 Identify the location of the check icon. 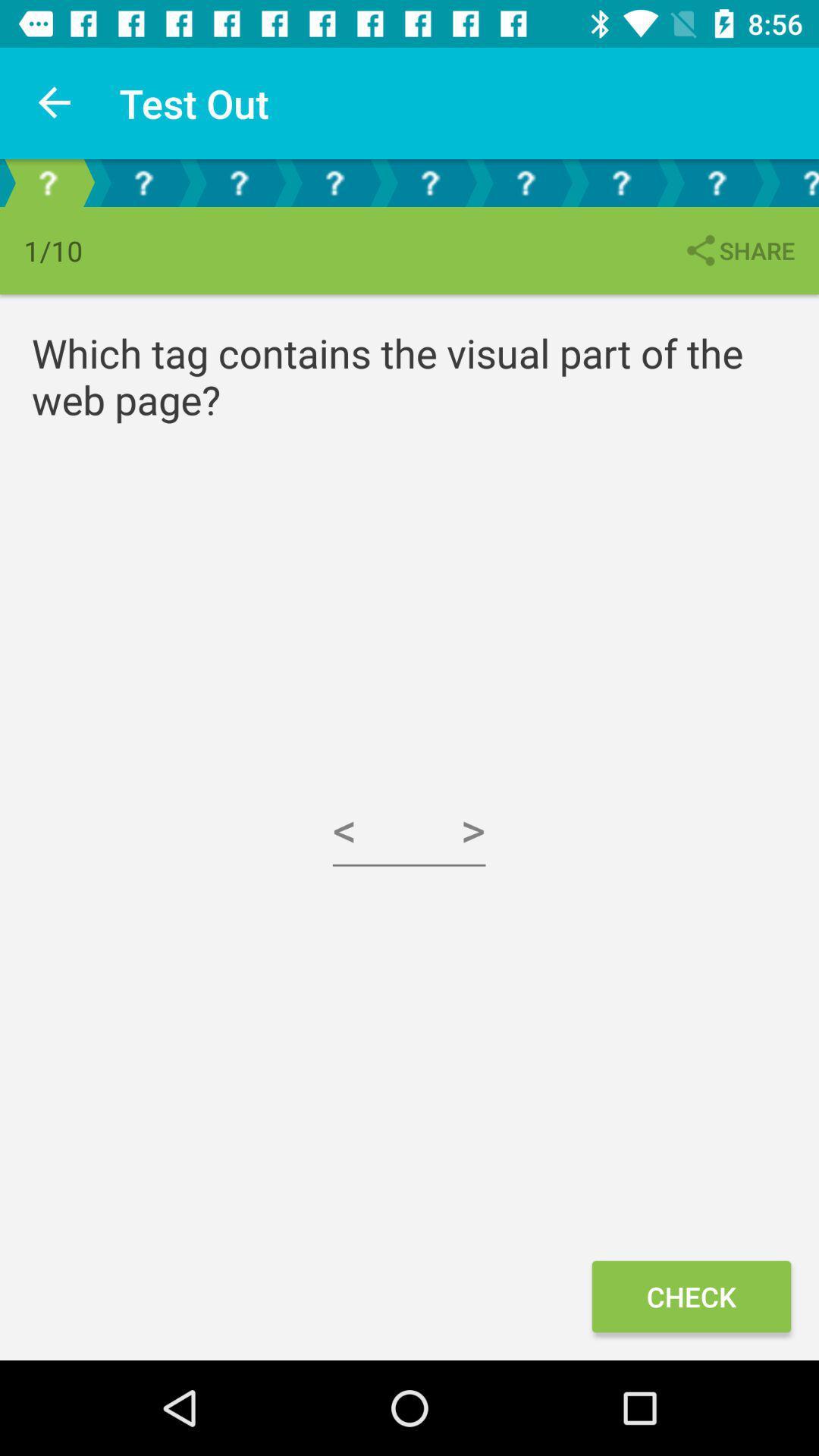
(691, 1295).